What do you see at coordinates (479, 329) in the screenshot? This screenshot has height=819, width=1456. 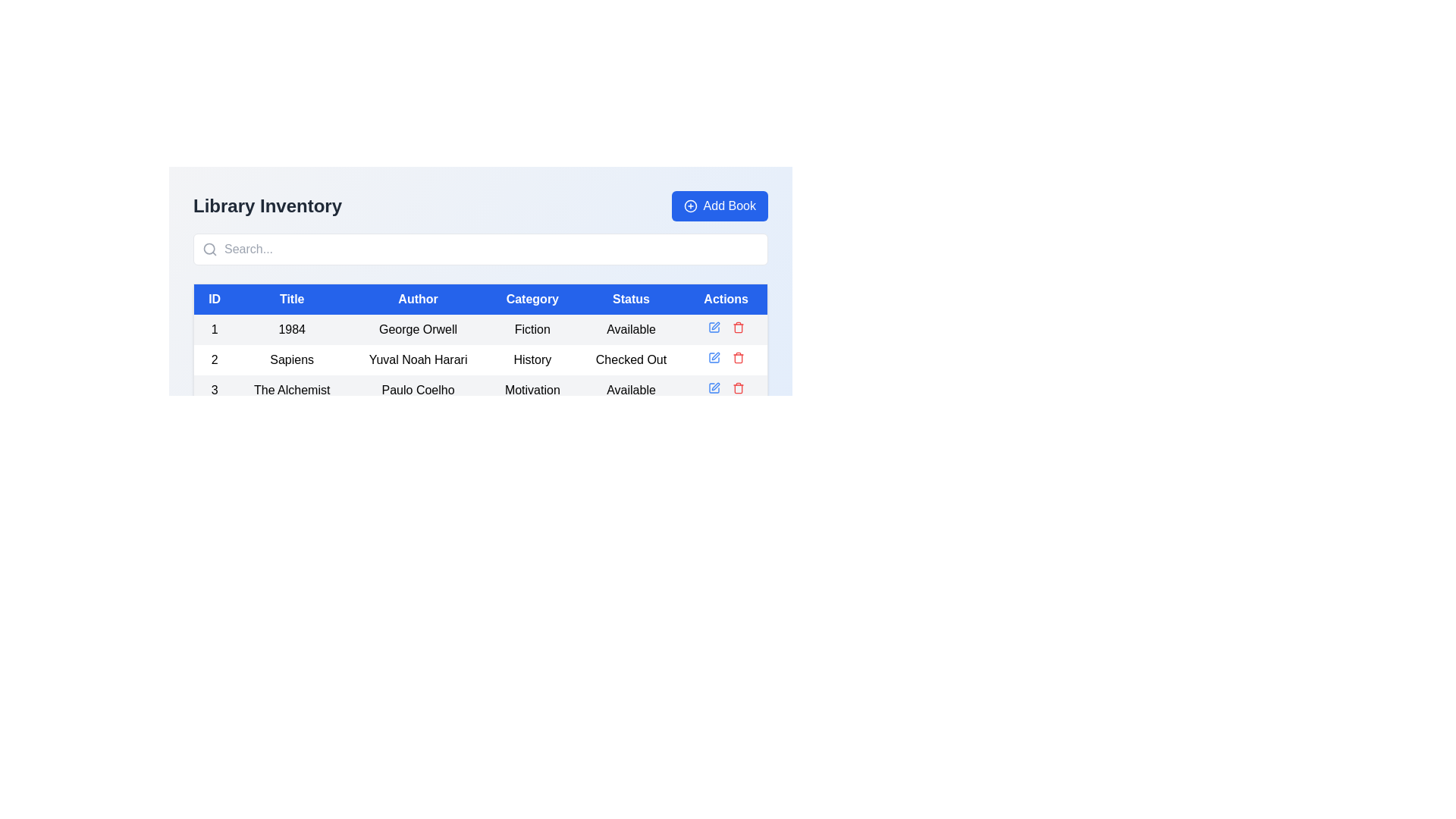 I see `data in the first row of the library inventory table, which displays detailed information about a specific book including its ID, Title, Author, Category, Status, and available Actions` at bounding box center [479, 329].